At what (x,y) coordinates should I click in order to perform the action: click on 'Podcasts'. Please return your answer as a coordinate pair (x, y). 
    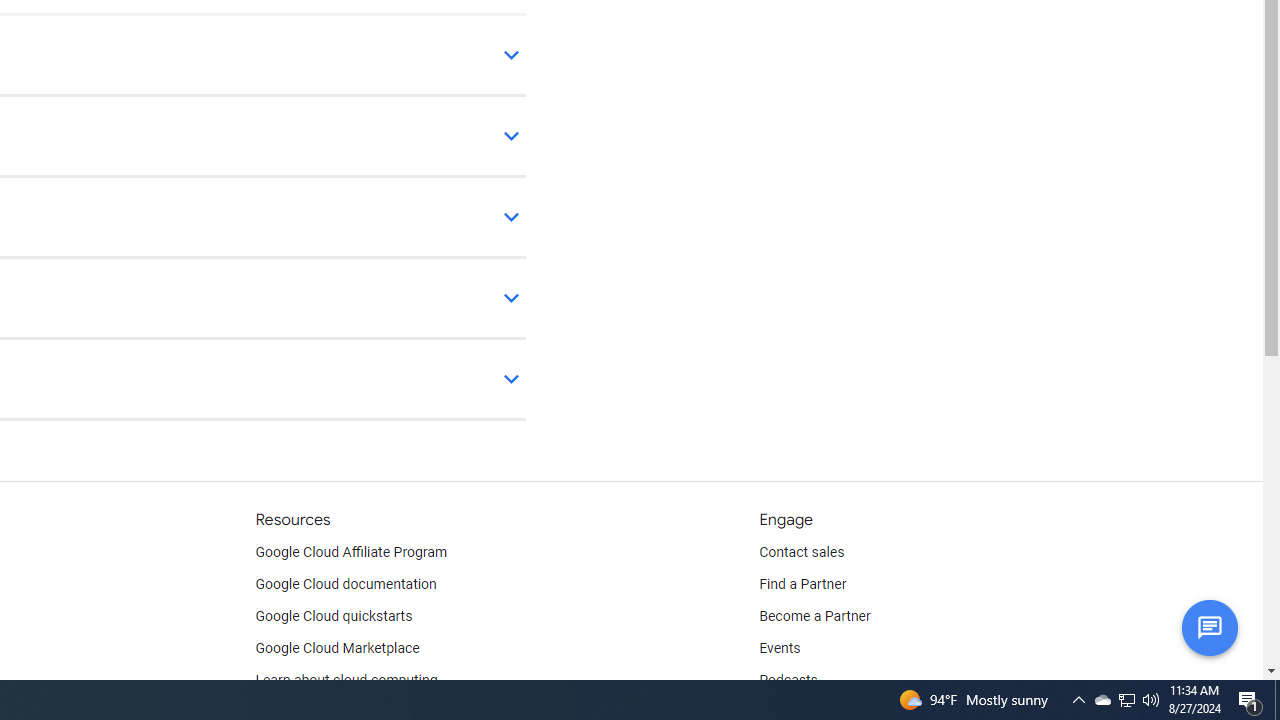
    Looking at the image, I should click on (787, 680).